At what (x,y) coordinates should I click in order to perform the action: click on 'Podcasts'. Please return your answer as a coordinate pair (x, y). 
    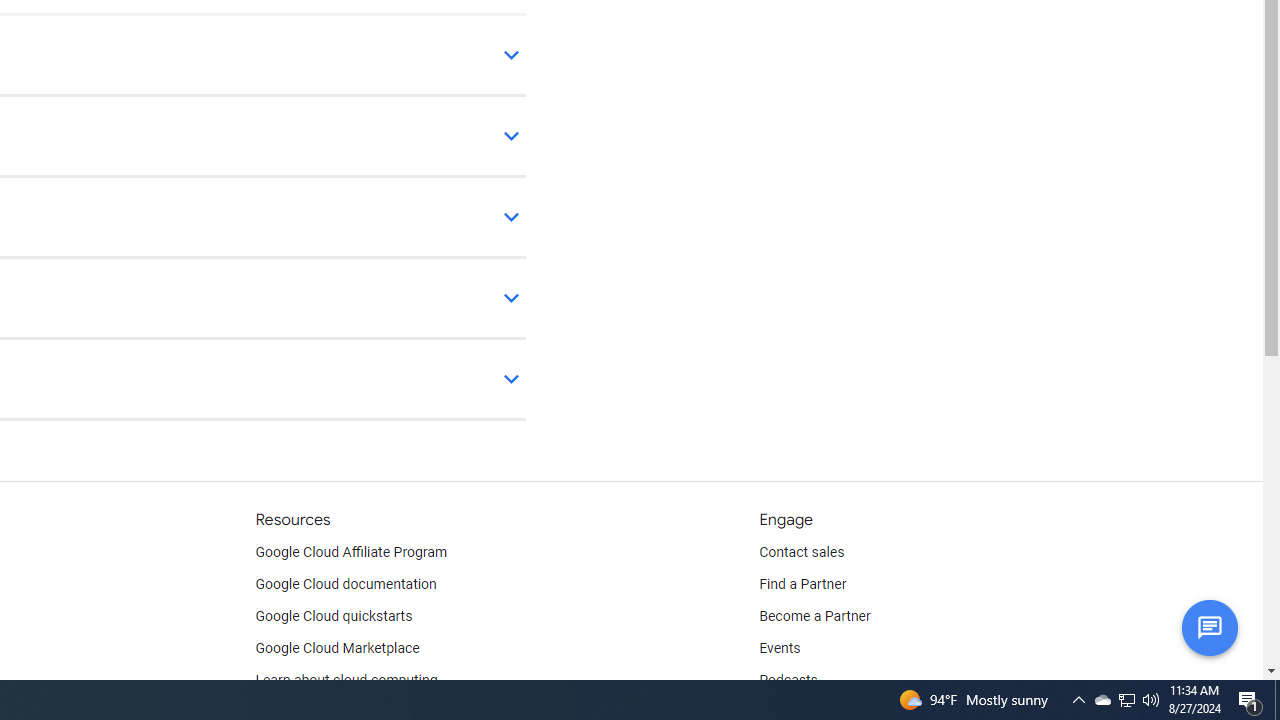
    Looking at the image, I should click on (787, 680).